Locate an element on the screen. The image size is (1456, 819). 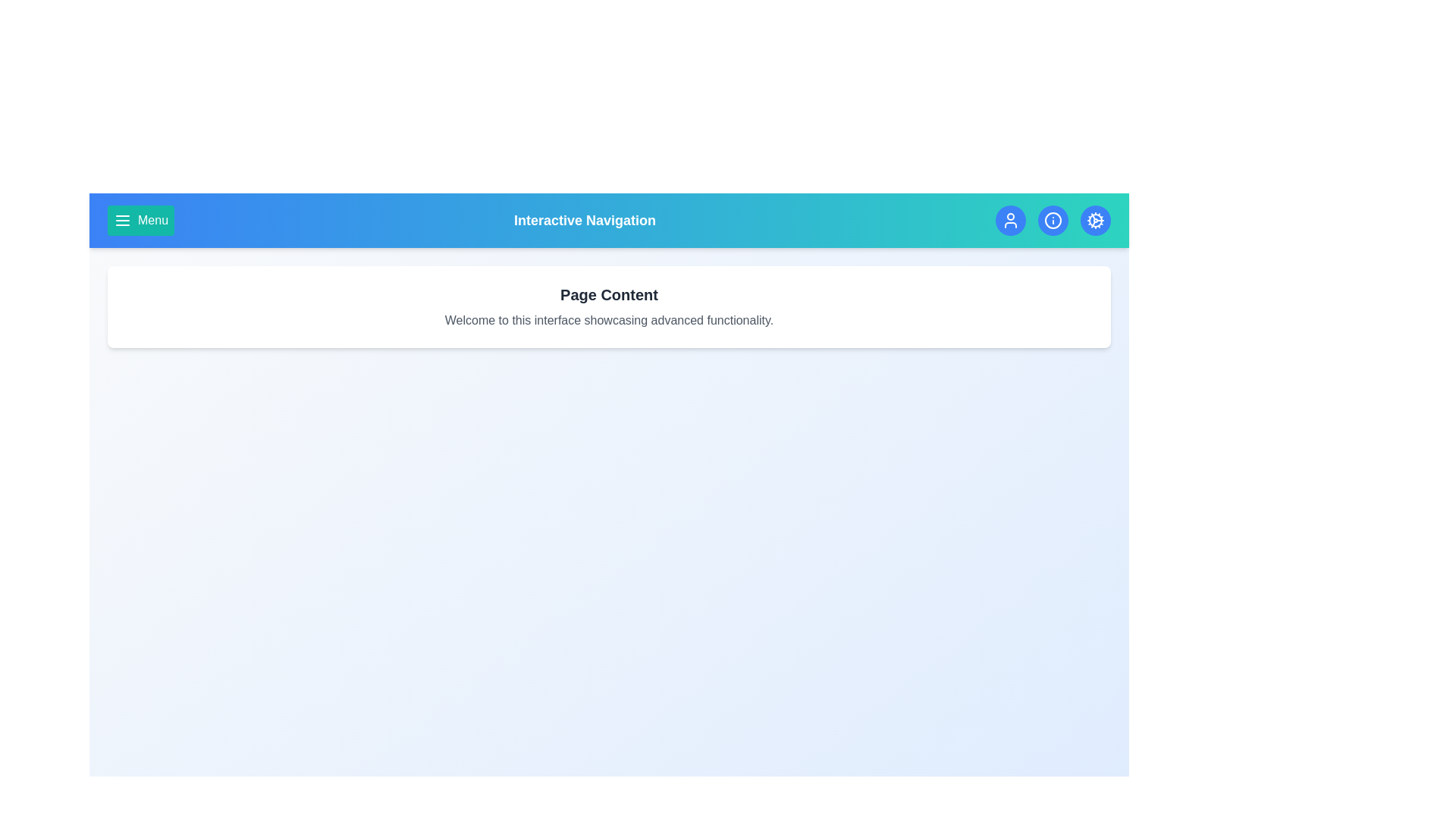
the user icon button to access user profile settings is located at coordinates (1011, 220).